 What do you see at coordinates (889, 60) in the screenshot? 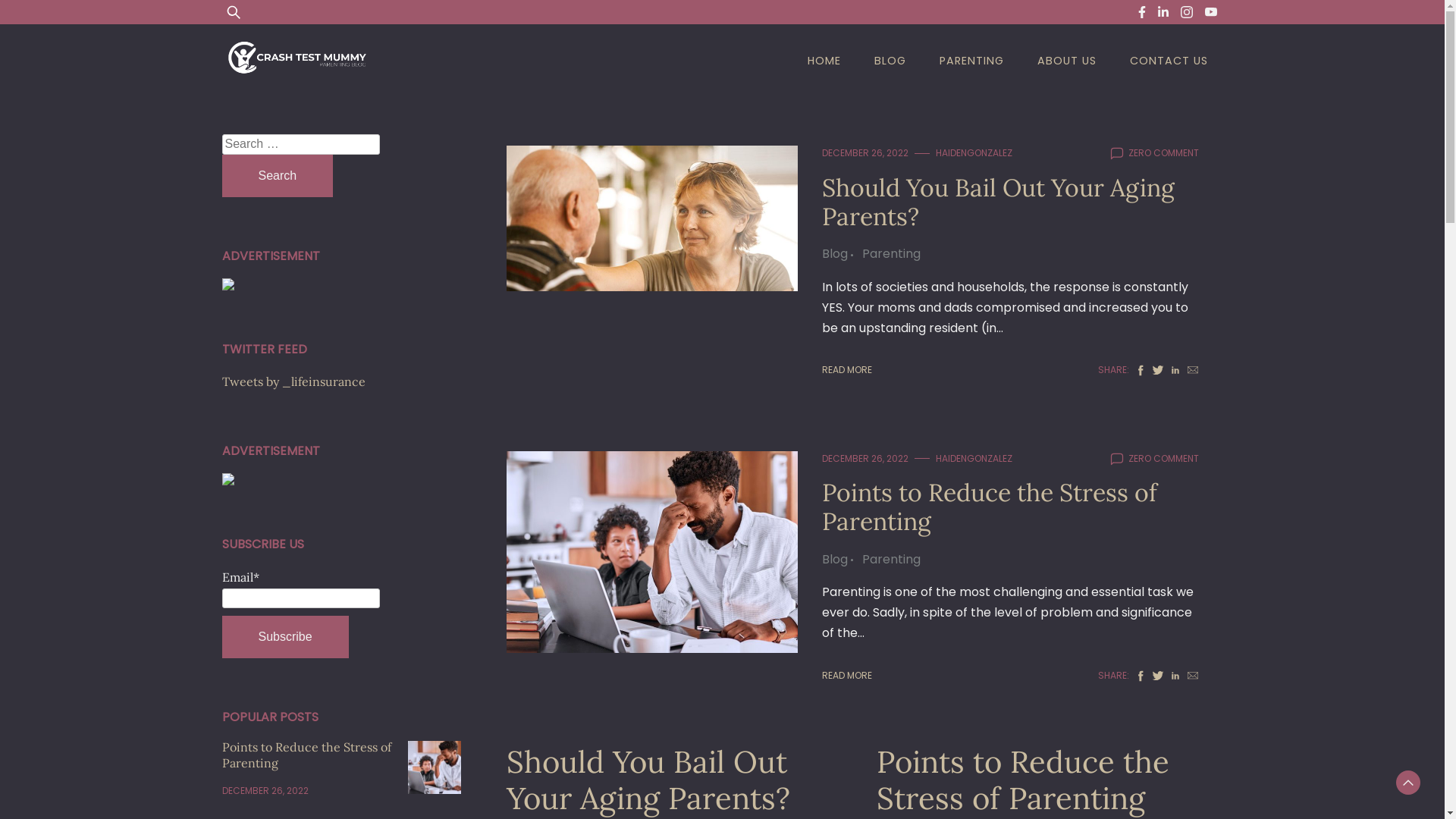
I see `'BLOG'` at bounding box center [889, 60].